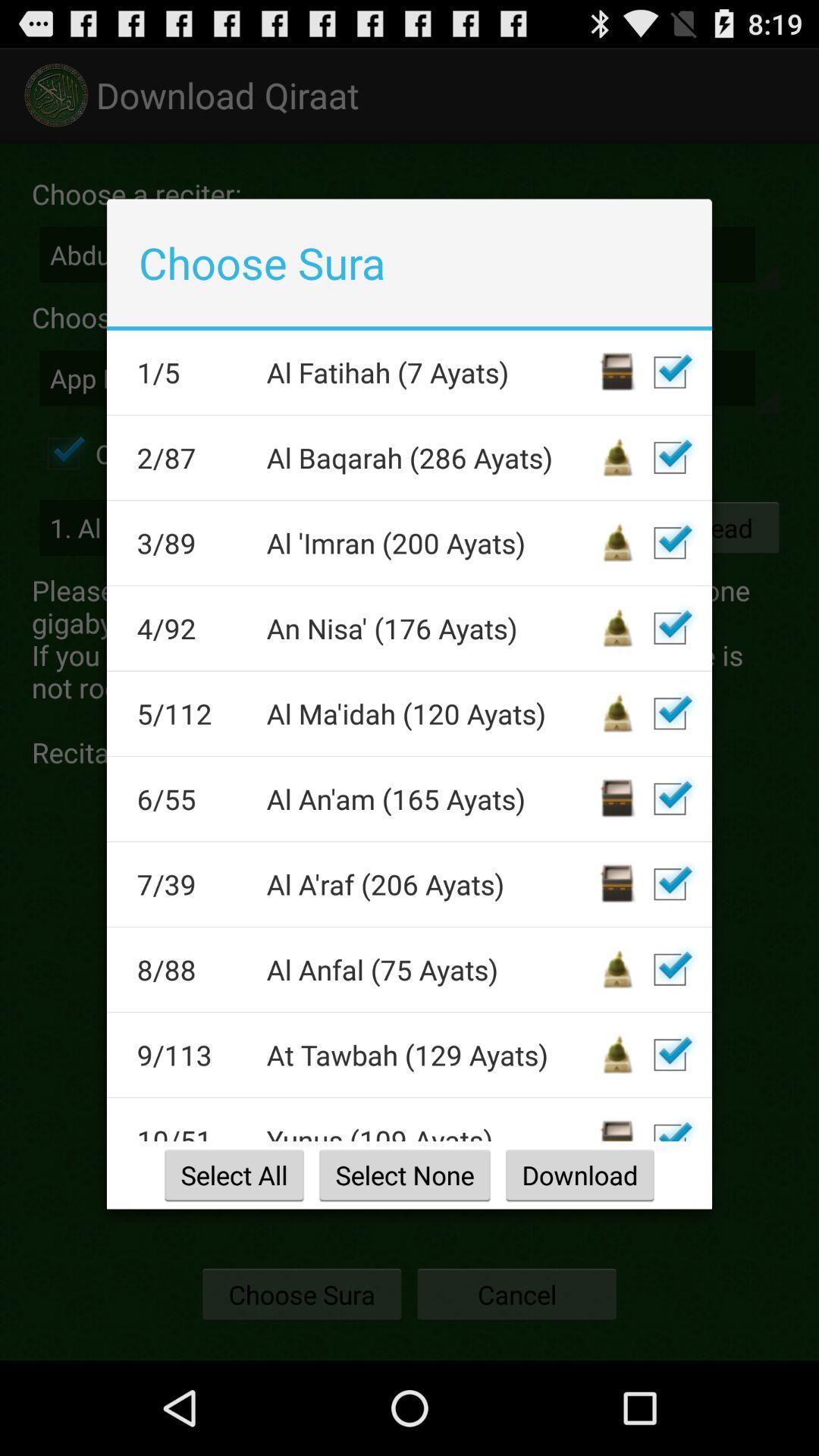  Describe the element at coordinates (669, 968) in the screenshot. I see `the selection` at that location.